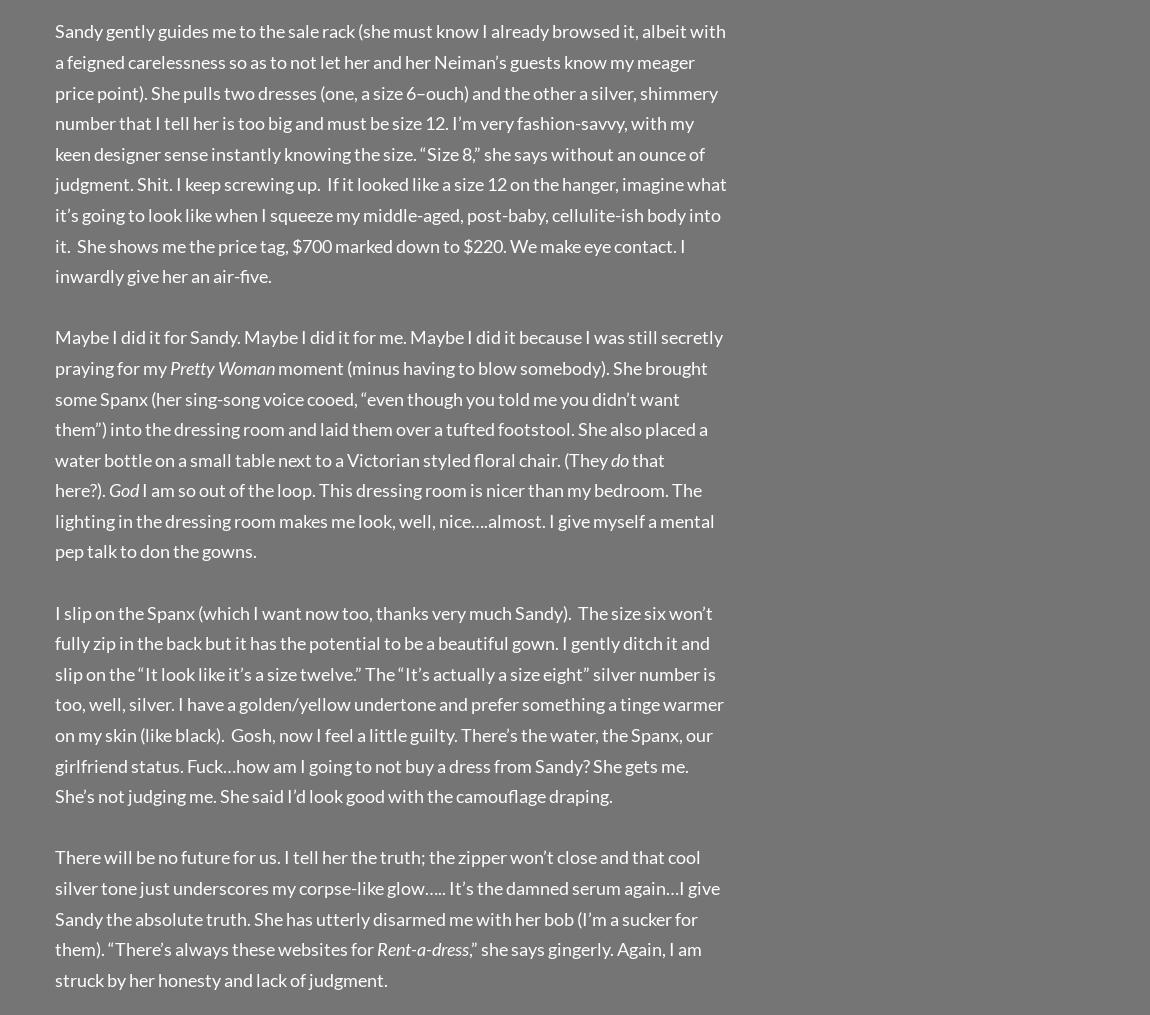 This screenshot has height=1015, width=1150. Describe the element at coordinates (389, 704) in the screenshot. I see `'I slip on the Spanx (which I want now too, thanks very much Sandy).  The size six won’t fully zip in the back but it has the potential to be a beautiful gown. I gently ditch it and slip on the “It look like it’s a size twelve.” The “It’s actually a size eight” silver number is too, well, silver. I have a golden/yellow undertone and prefer something a tinge warmer on my skin (like black).  Gosh, now I feel a little guilty. There’s the water, the Spanx, our girlfriend status. Fuck…how am I going to not buy a dress from Sandy? She gets me. She’s not judging me. She said I’d look good with the camouflage draping.'` at that location.